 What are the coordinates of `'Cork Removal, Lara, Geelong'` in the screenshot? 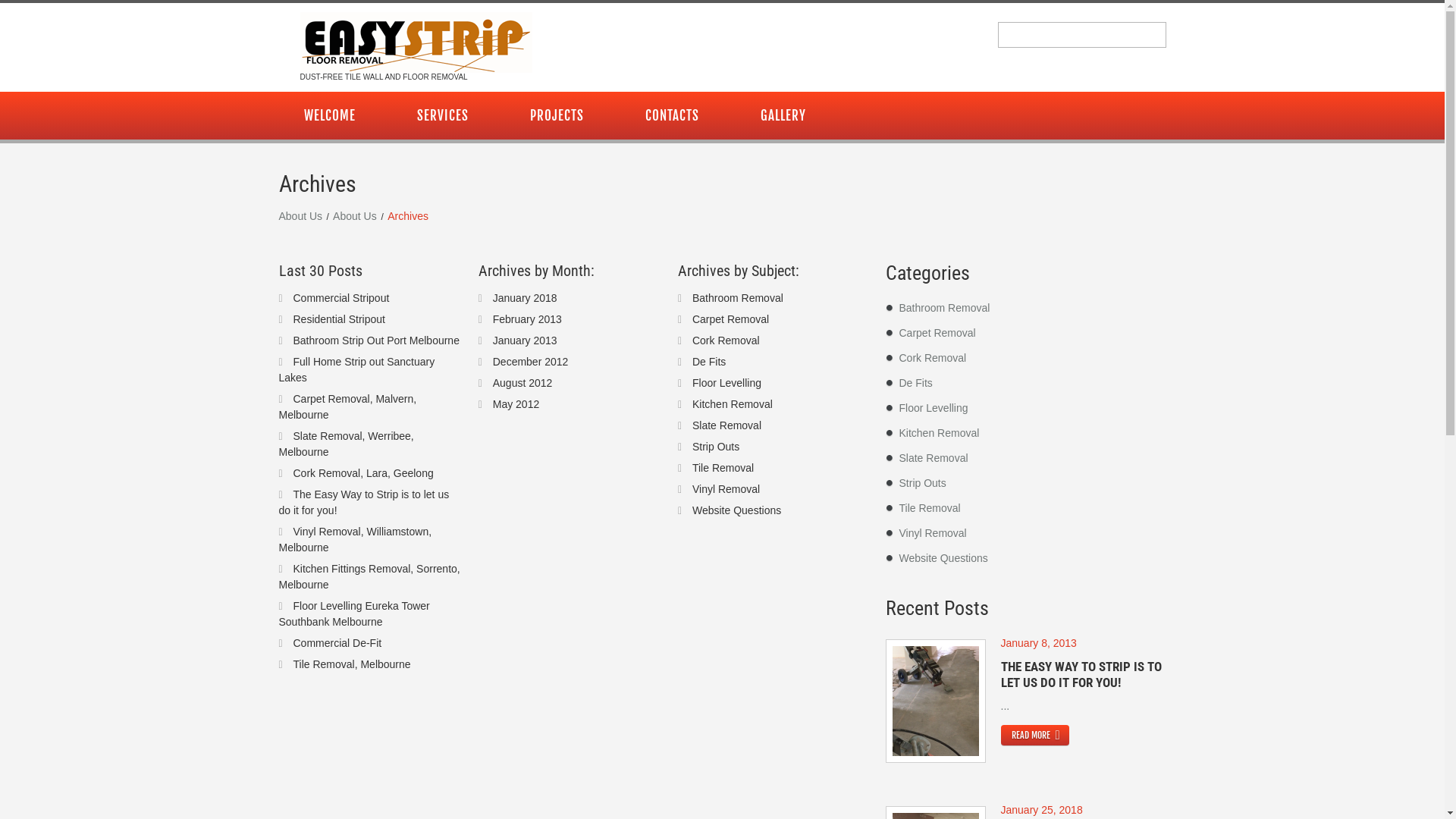 It's located at (362, 472).